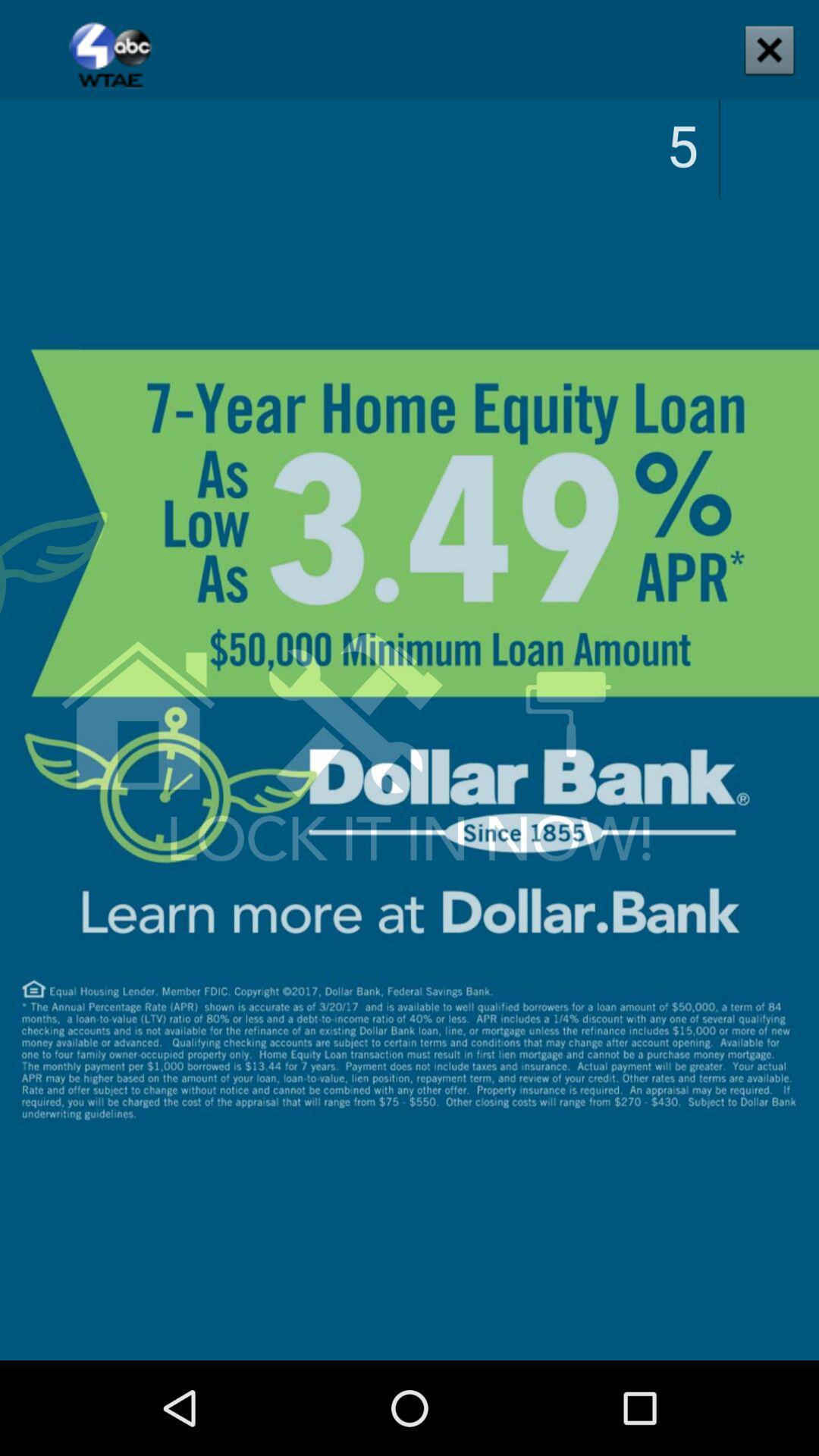  What do you see at coordinates (769, 53) in the screenshot?
I see `the close icon` at bounding box center [769, 53].